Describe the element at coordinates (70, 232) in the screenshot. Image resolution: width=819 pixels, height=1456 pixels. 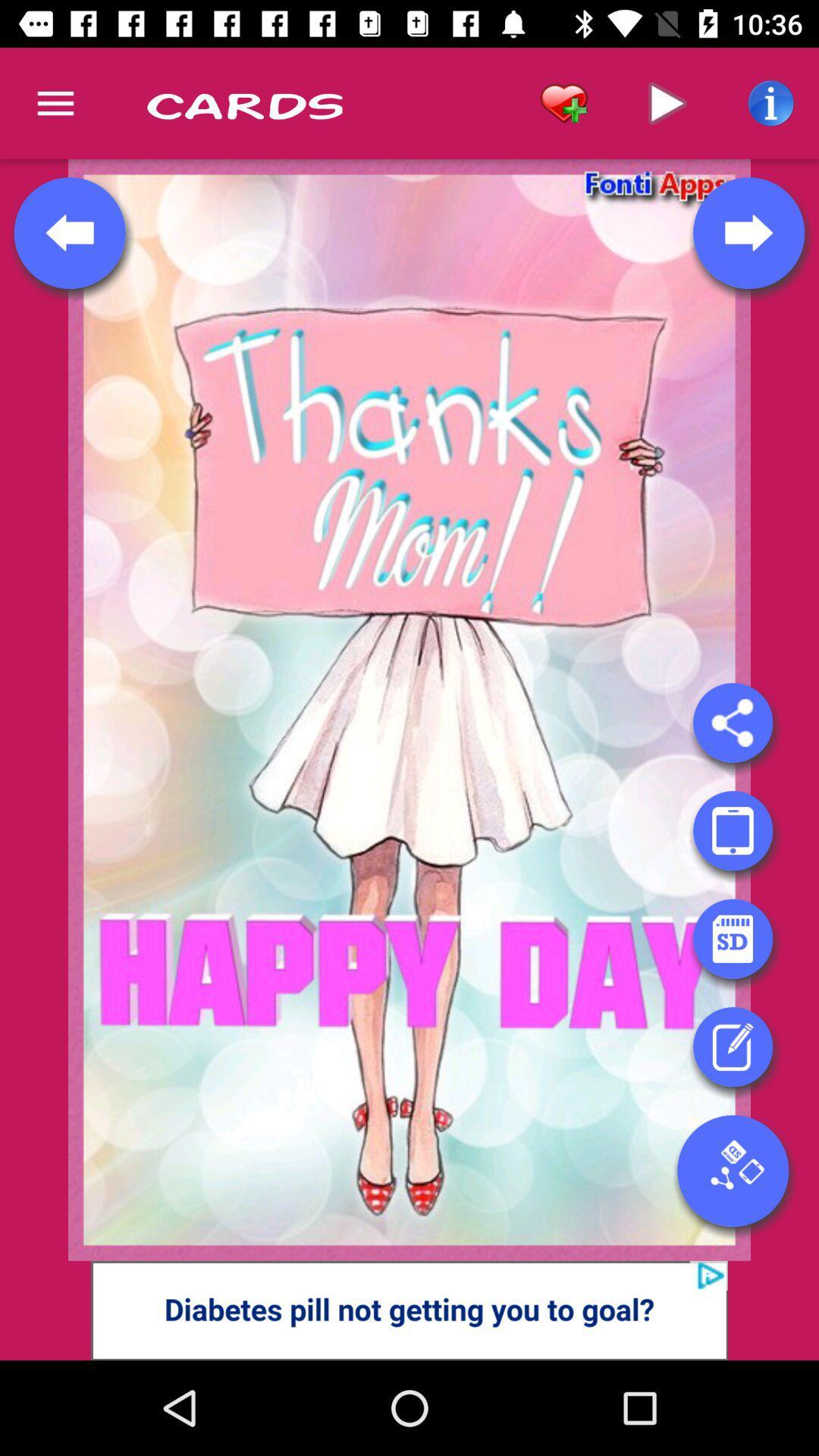
I see `the arrow_backward icon` at that location.